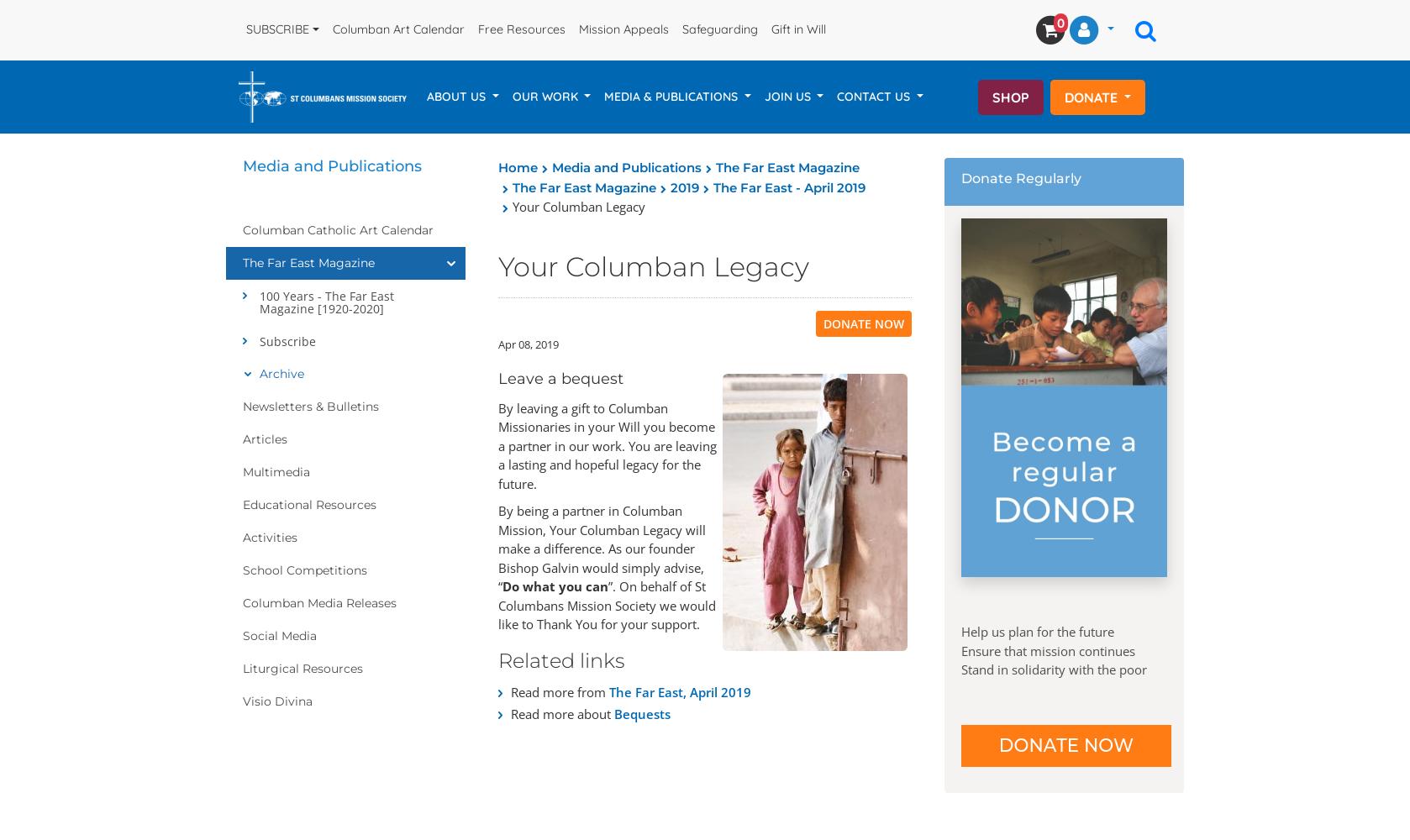 The image size is (1410, 840). Describe the element at coordinates (497, 166) in the screenshot. I see `'Home'` at that location.